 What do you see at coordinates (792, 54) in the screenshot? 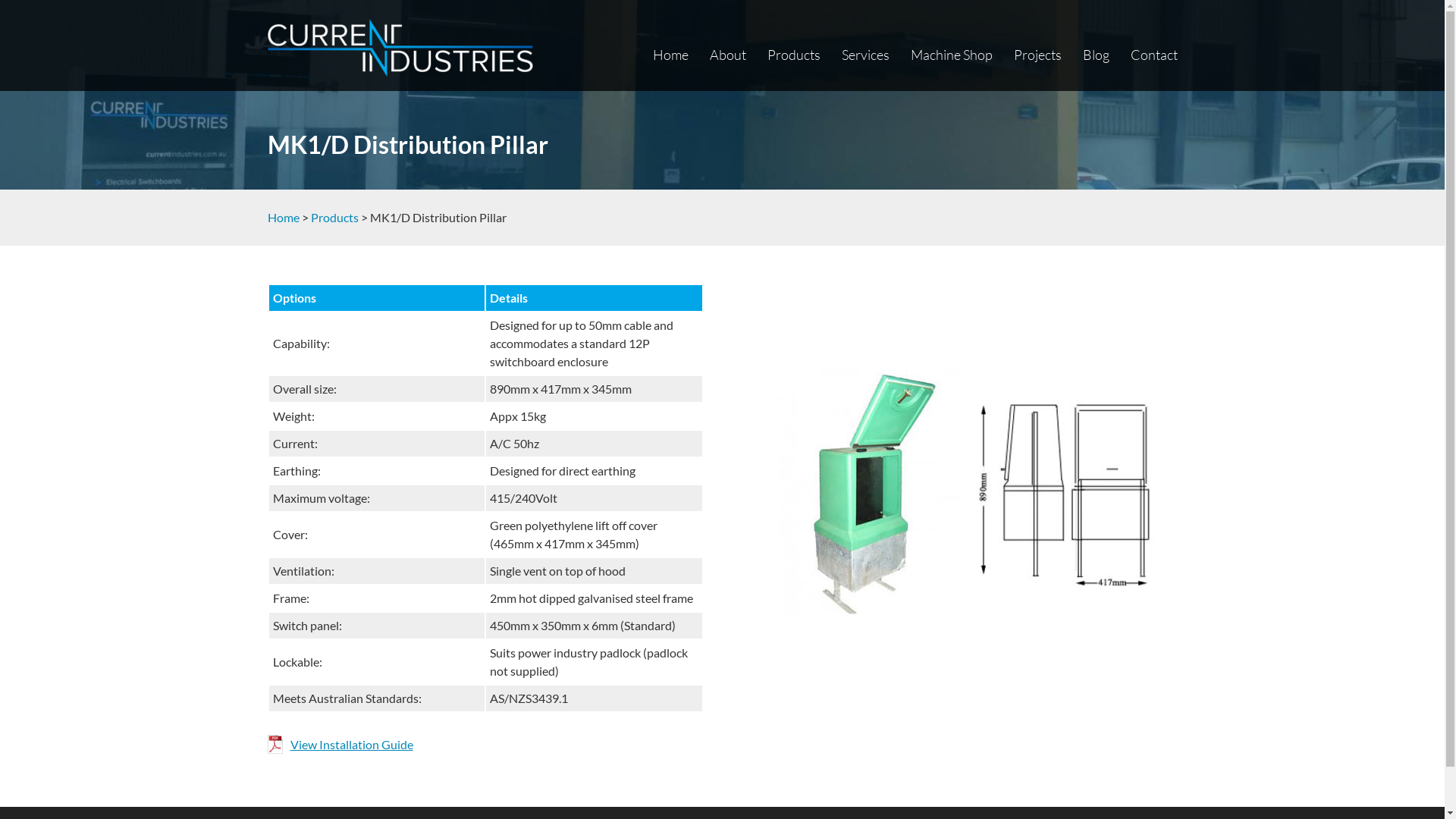
I see `'Products'` at bounding box center [792, 54].